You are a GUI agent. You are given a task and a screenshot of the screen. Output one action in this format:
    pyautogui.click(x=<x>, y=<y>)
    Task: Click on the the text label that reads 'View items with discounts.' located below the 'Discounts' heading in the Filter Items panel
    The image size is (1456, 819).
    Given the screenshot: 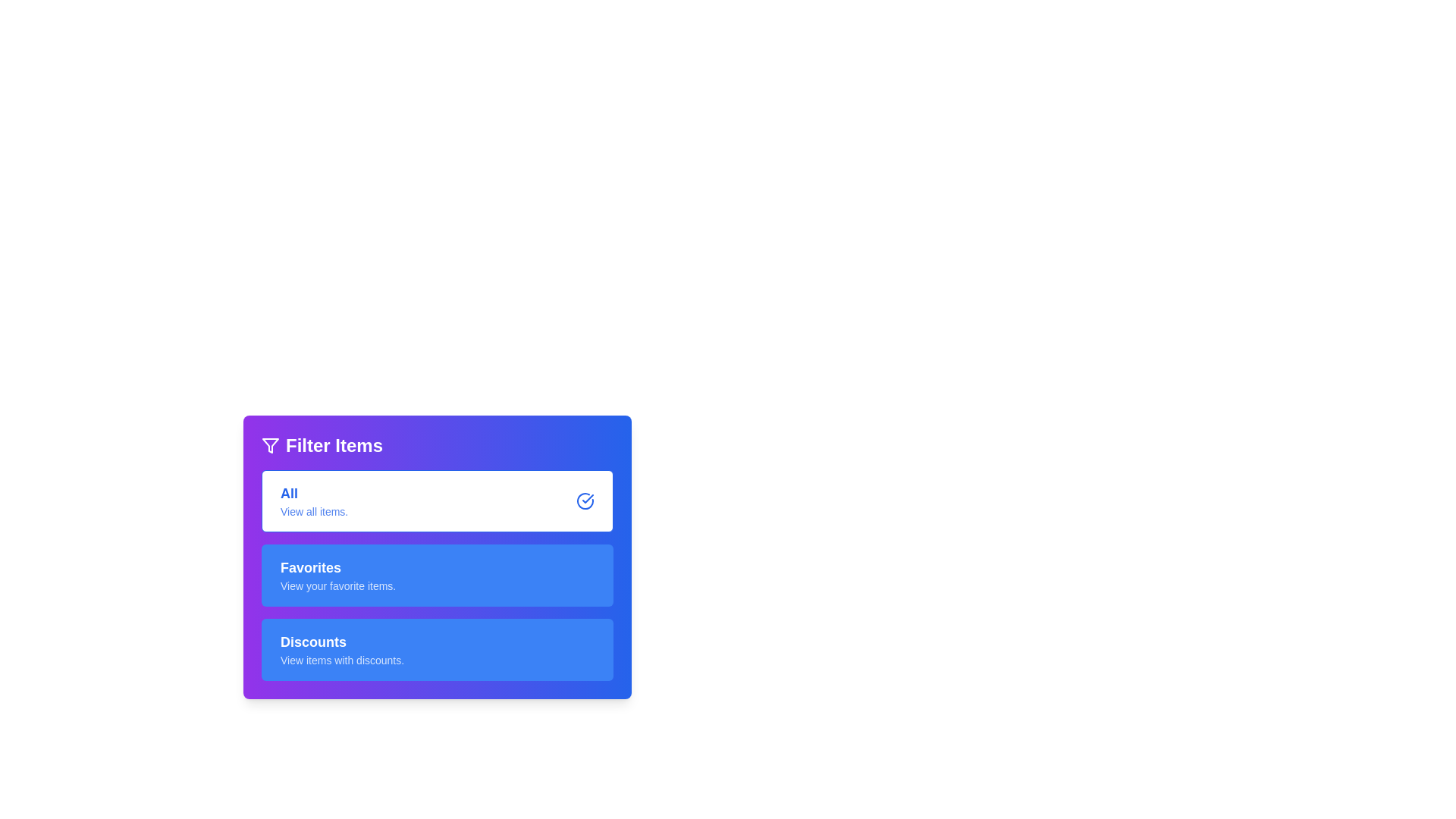 What is the action you would take?
    pyautogui.click(x=341, y=660)
    